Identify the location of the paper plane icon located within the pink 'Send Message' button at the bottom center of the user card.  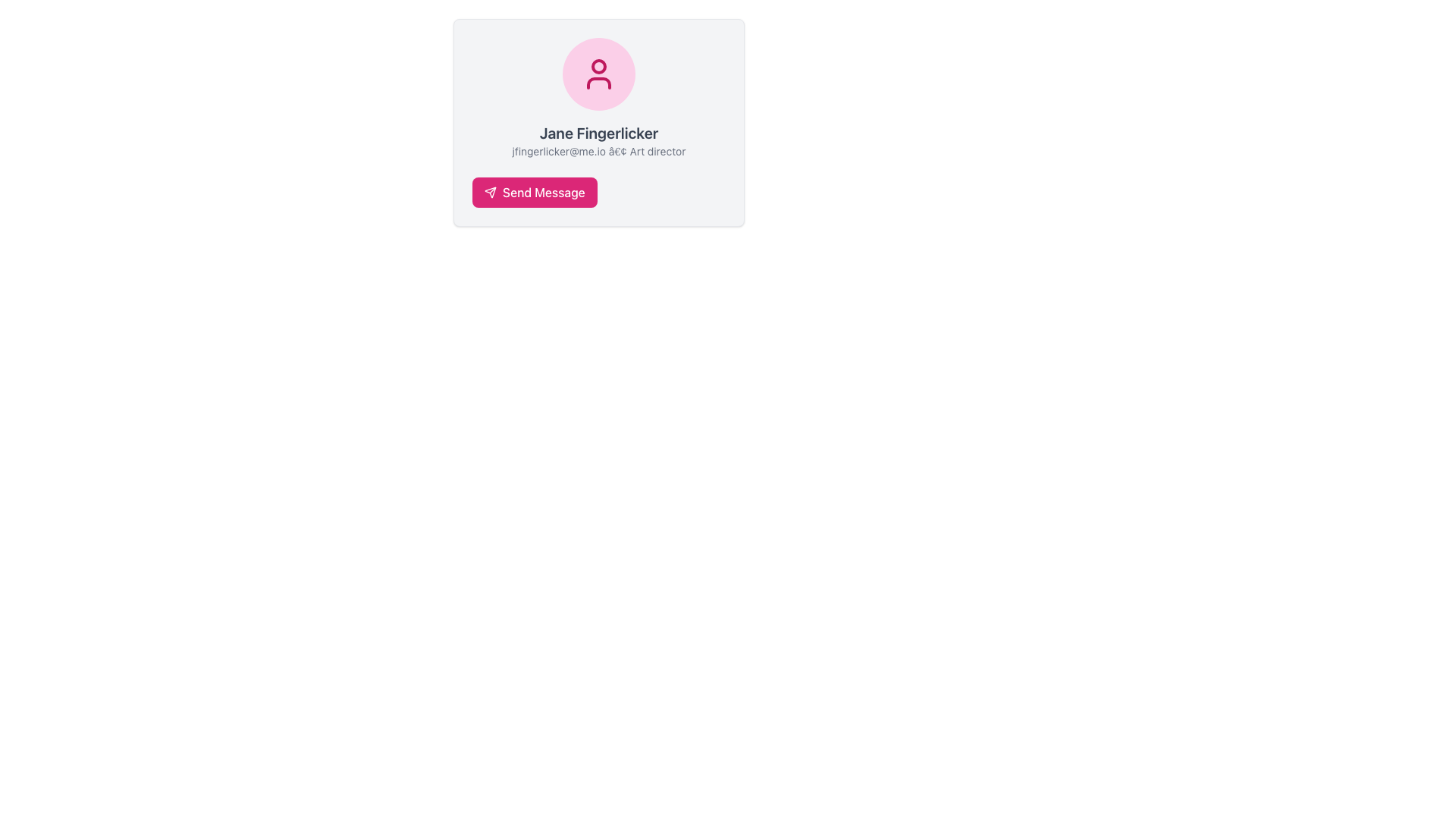
(491, 192).